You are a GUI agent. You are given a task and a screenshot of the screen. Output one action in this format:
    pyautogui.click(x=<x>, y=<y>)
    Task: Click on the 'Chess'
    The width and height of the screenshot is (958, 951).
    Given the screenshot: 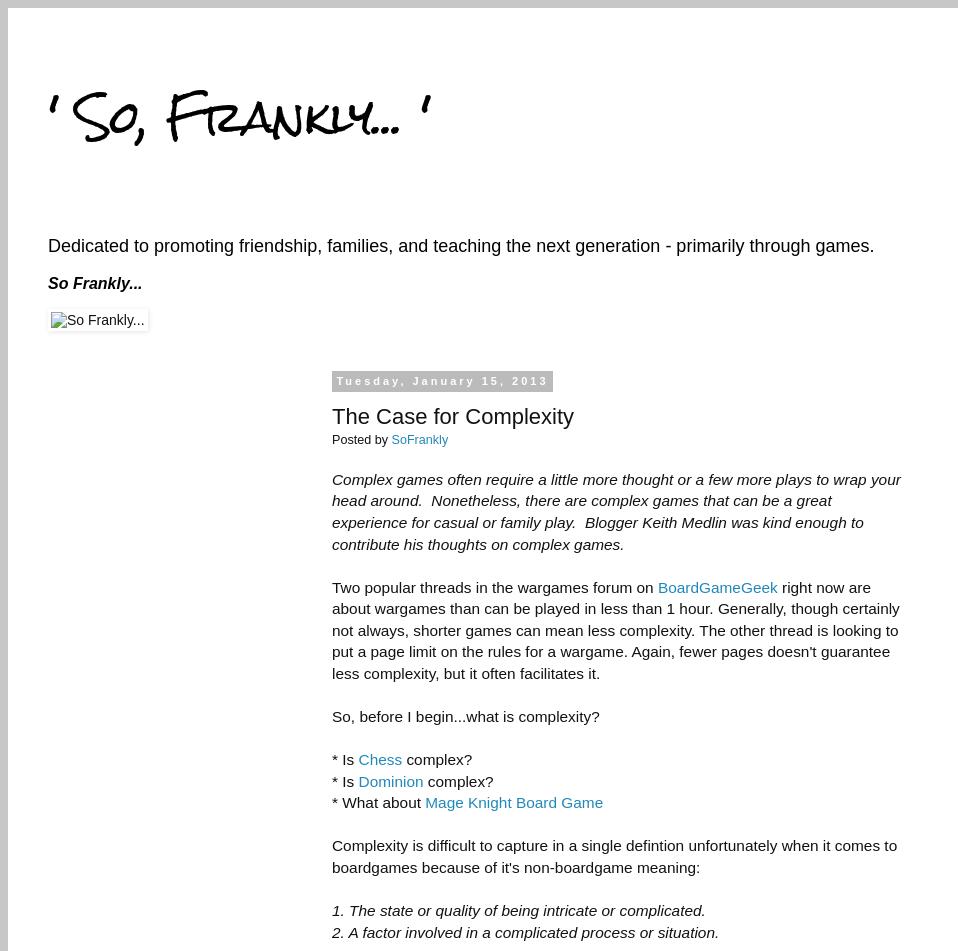 What is the action you would take?
    pyautogui.click(x=379, y=758)
    